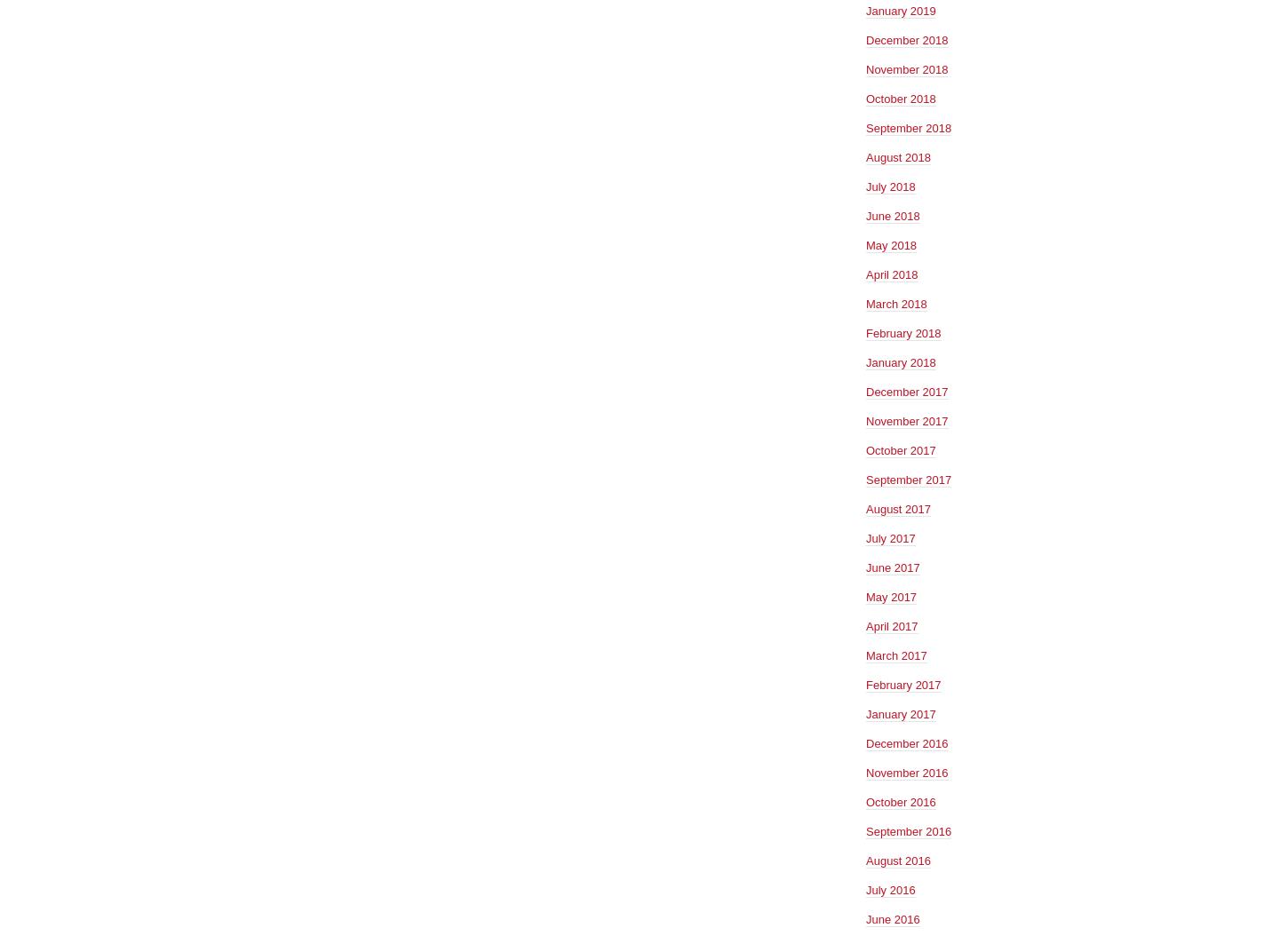  What do you see at coordinates (865, 420) in the screenshot?
I see `'November 2017'` at bounding box center [865, 420].